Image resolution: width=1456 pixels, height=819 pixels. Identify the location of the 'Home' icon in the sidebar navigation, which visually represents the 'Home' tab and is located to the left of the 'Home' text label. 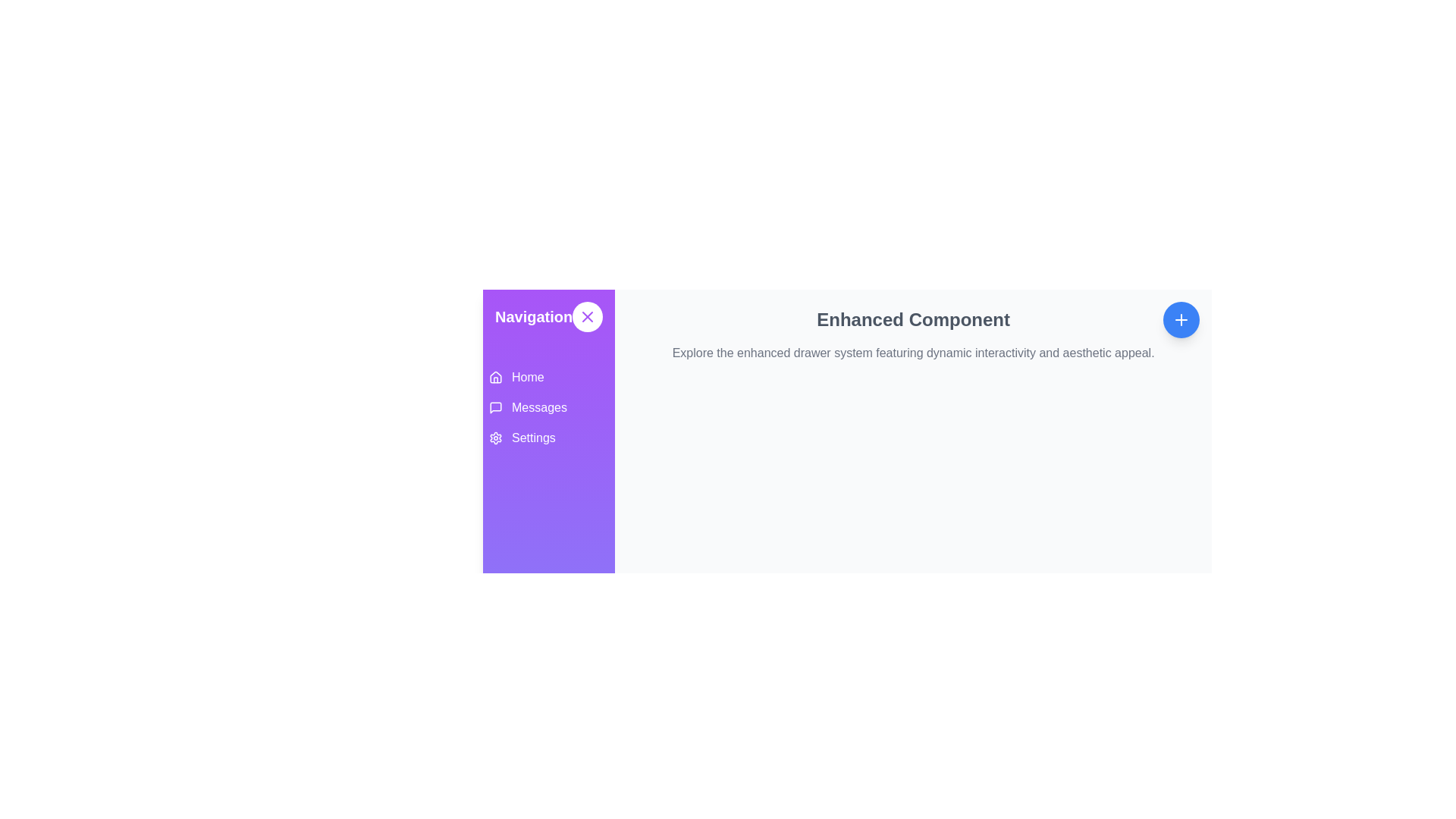
(495, 376).